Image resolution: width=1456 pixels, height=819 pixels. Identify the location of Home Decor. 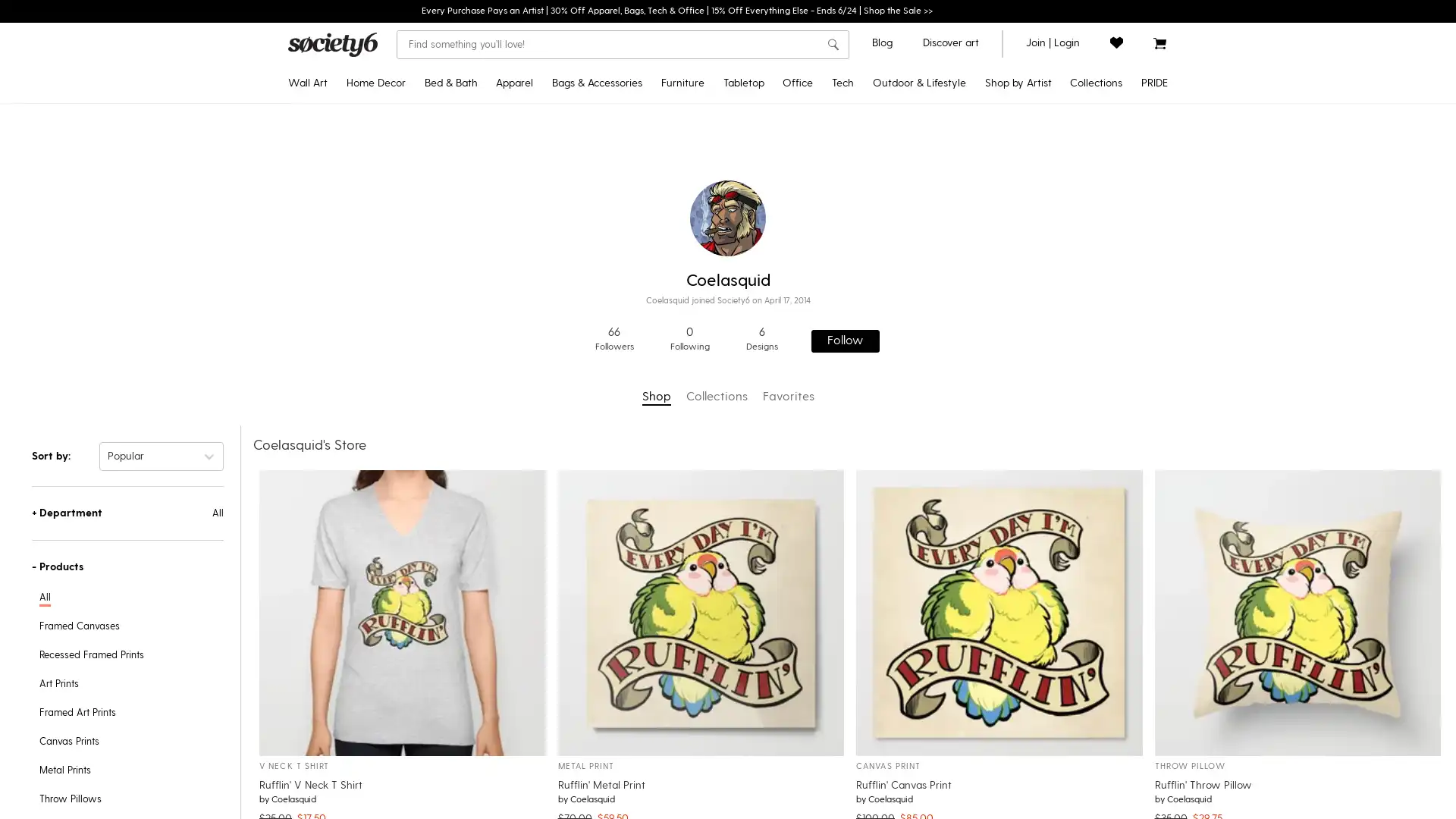
(375, 83).